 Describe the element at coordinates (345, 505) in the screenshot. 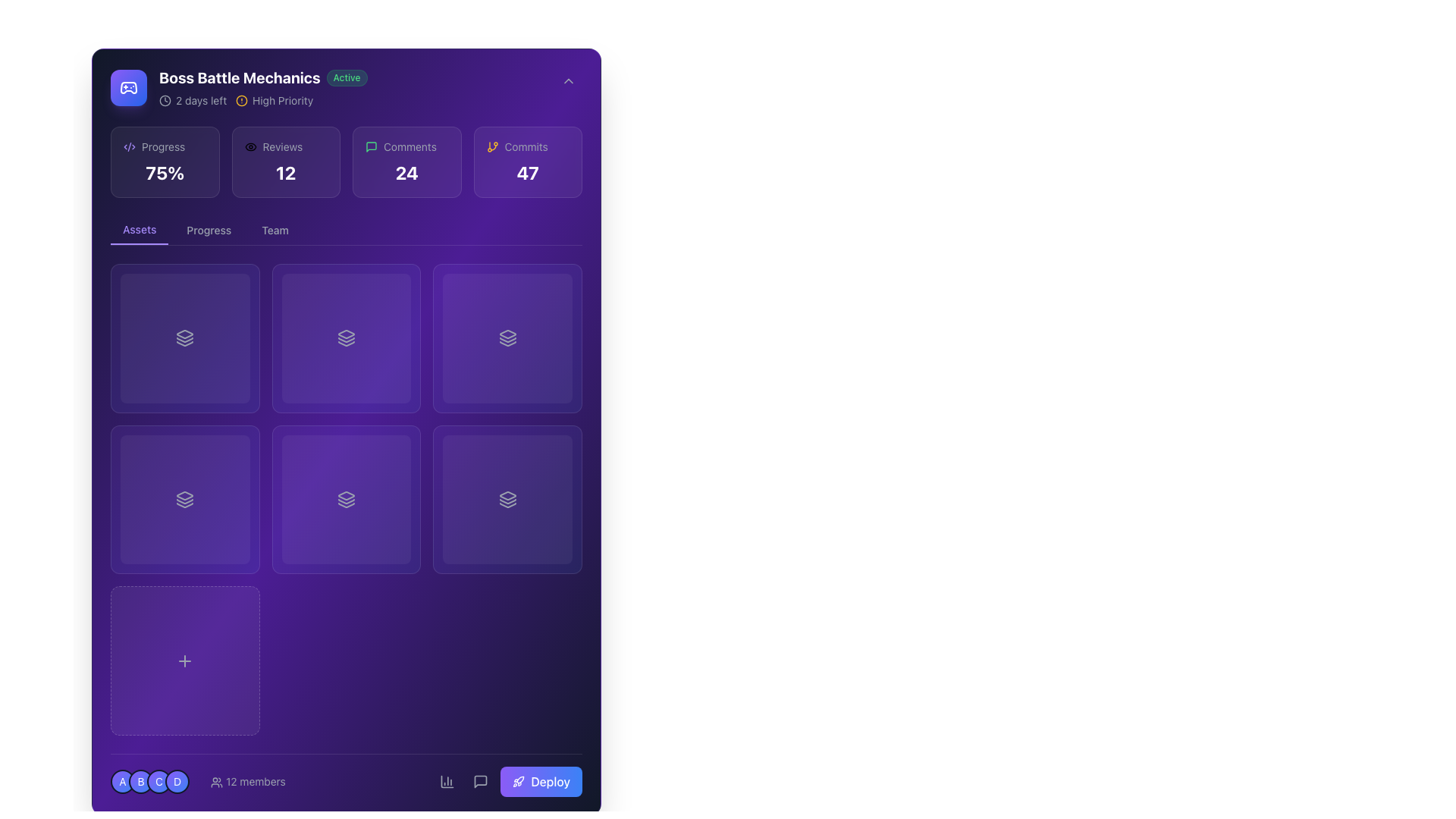

I see `the Decorative graphical icon, which is a light gray minimalistic stack of rectangles forming a triangular outline, located in the bottom-center cell of the 'Assets' tab grid` at that location.